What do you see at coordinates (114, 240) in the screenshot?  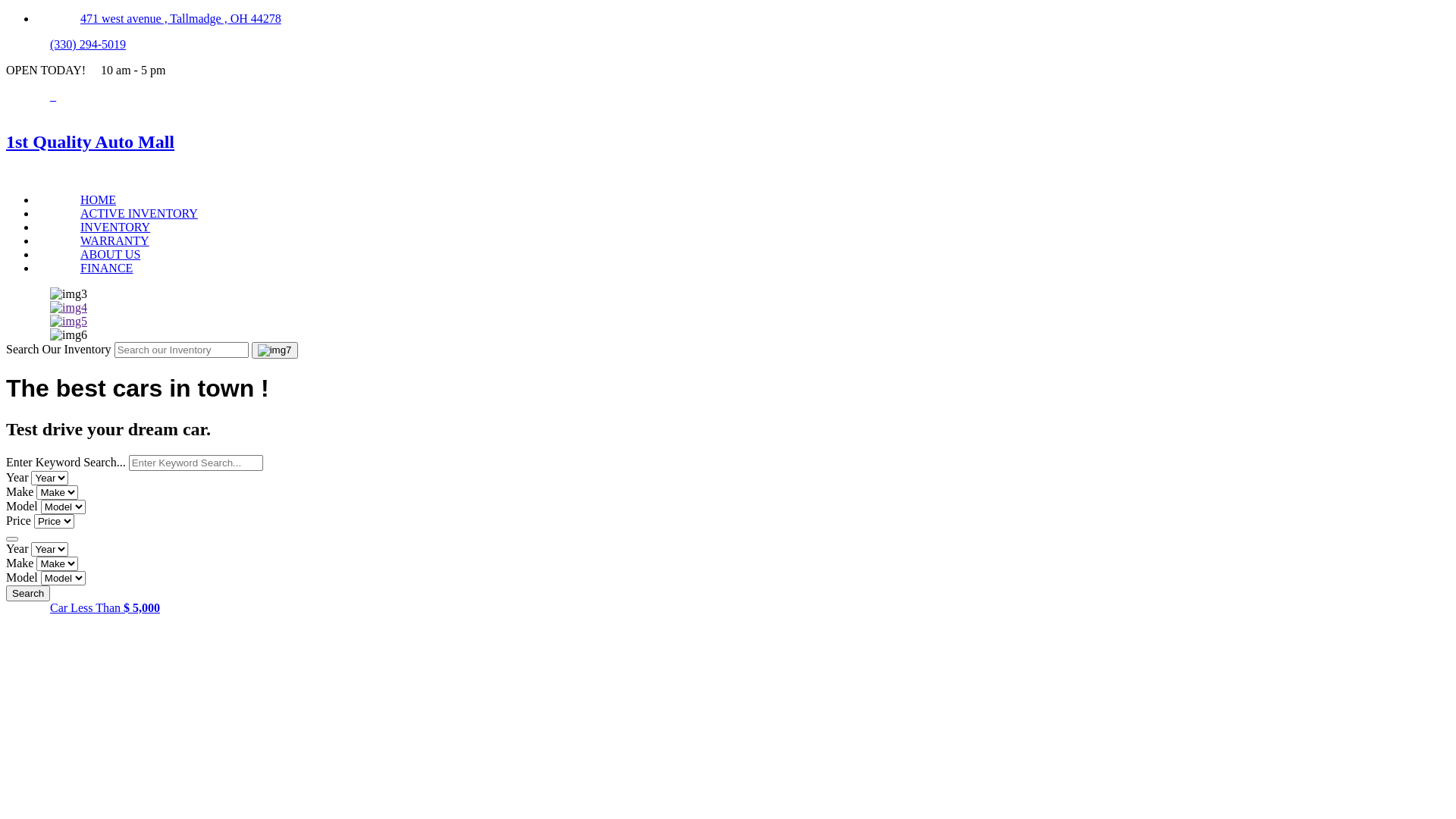 I see `'WARRANTY'` at bounding box center [114, 240].